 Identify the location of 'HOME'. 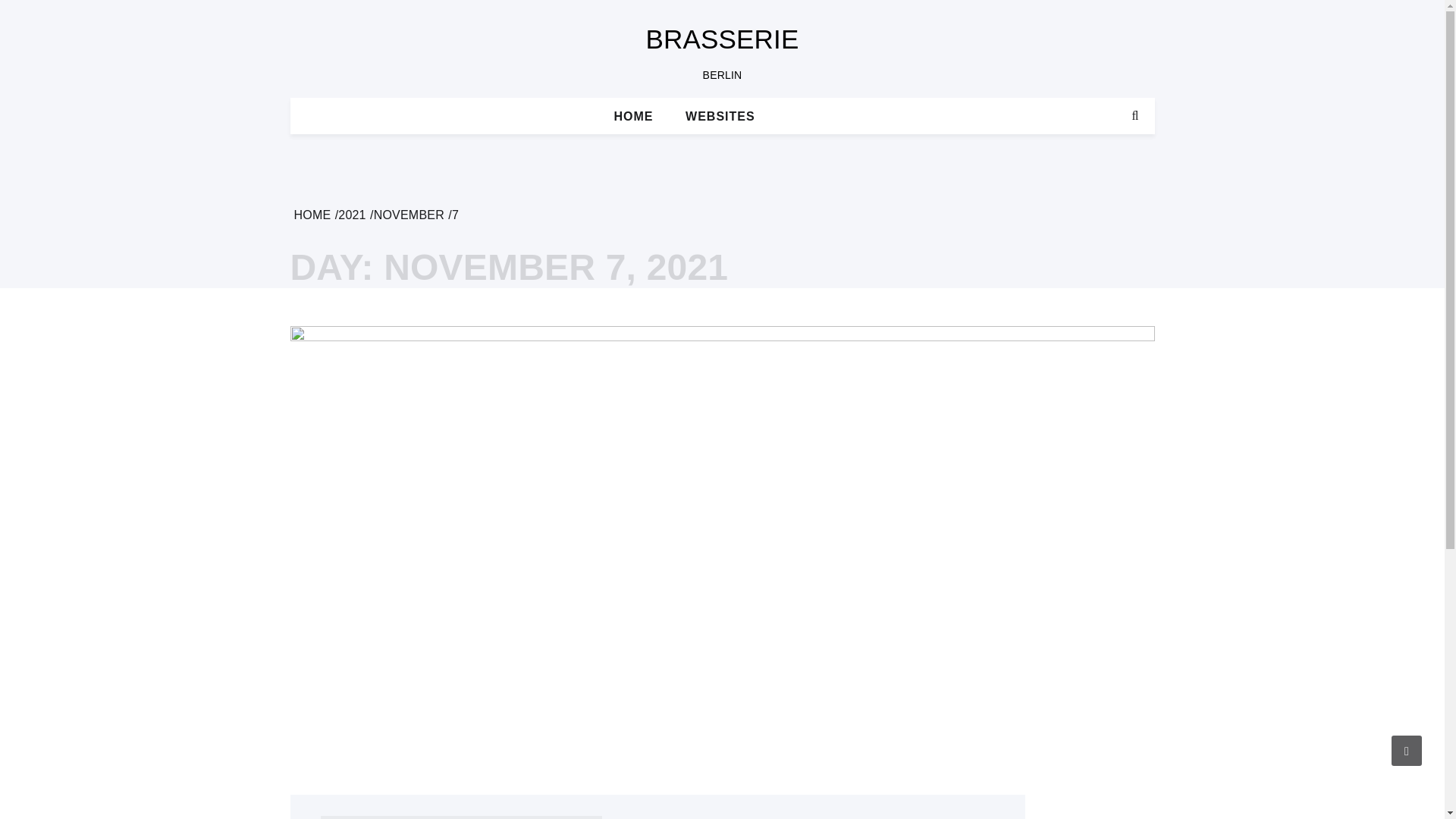
(312, 215).